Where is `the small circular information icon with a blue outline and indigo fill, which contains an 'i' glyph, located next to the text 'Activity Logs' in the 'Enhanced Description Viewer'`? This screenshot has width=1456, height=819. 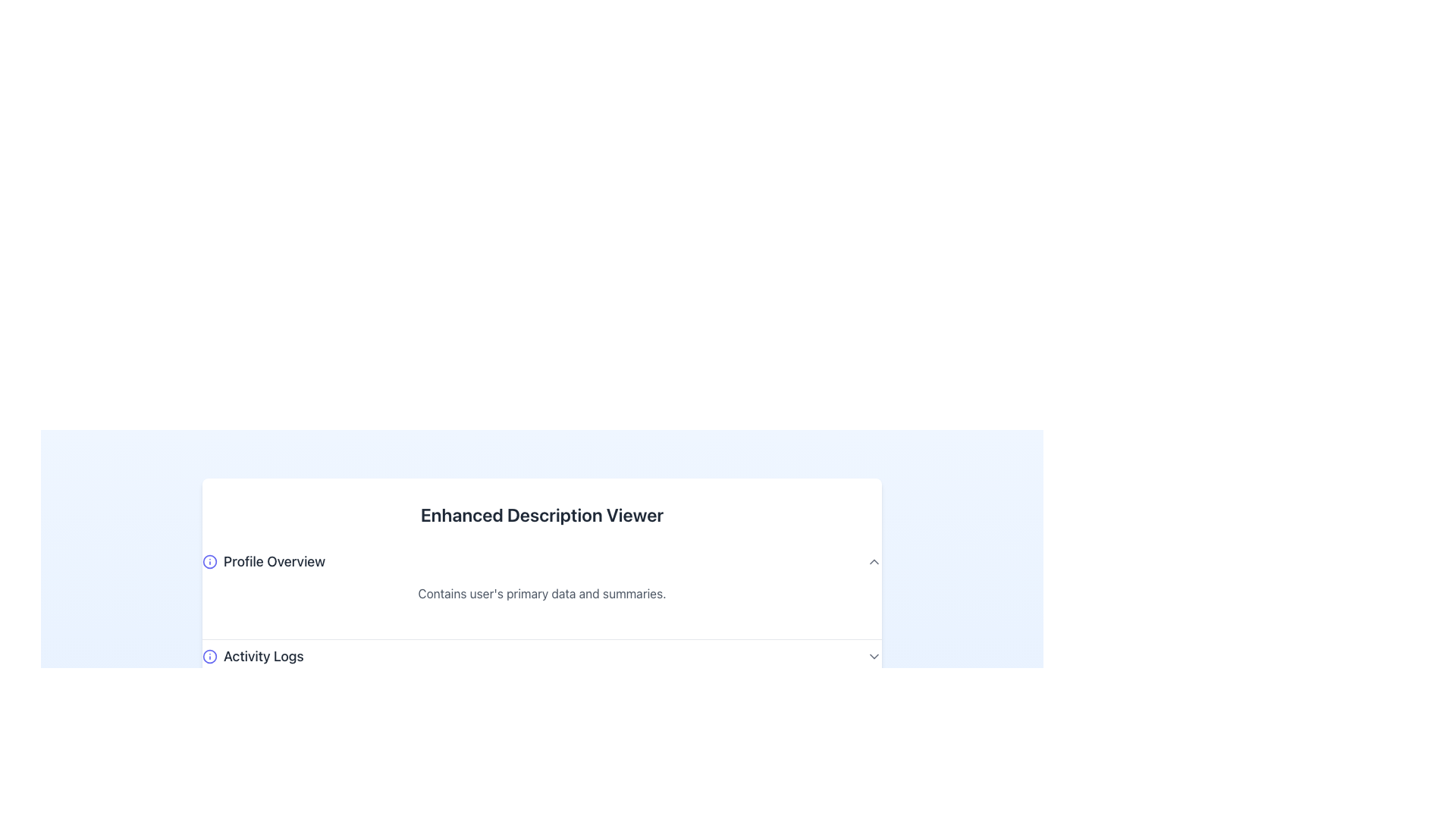 the small circular information icon with a blue outline and indigo fill, which contains an 'i' glyph, located next to the text 'Activity Logs' in the 'Enhanced Description Viewer' is located at coordinates (209, 656).